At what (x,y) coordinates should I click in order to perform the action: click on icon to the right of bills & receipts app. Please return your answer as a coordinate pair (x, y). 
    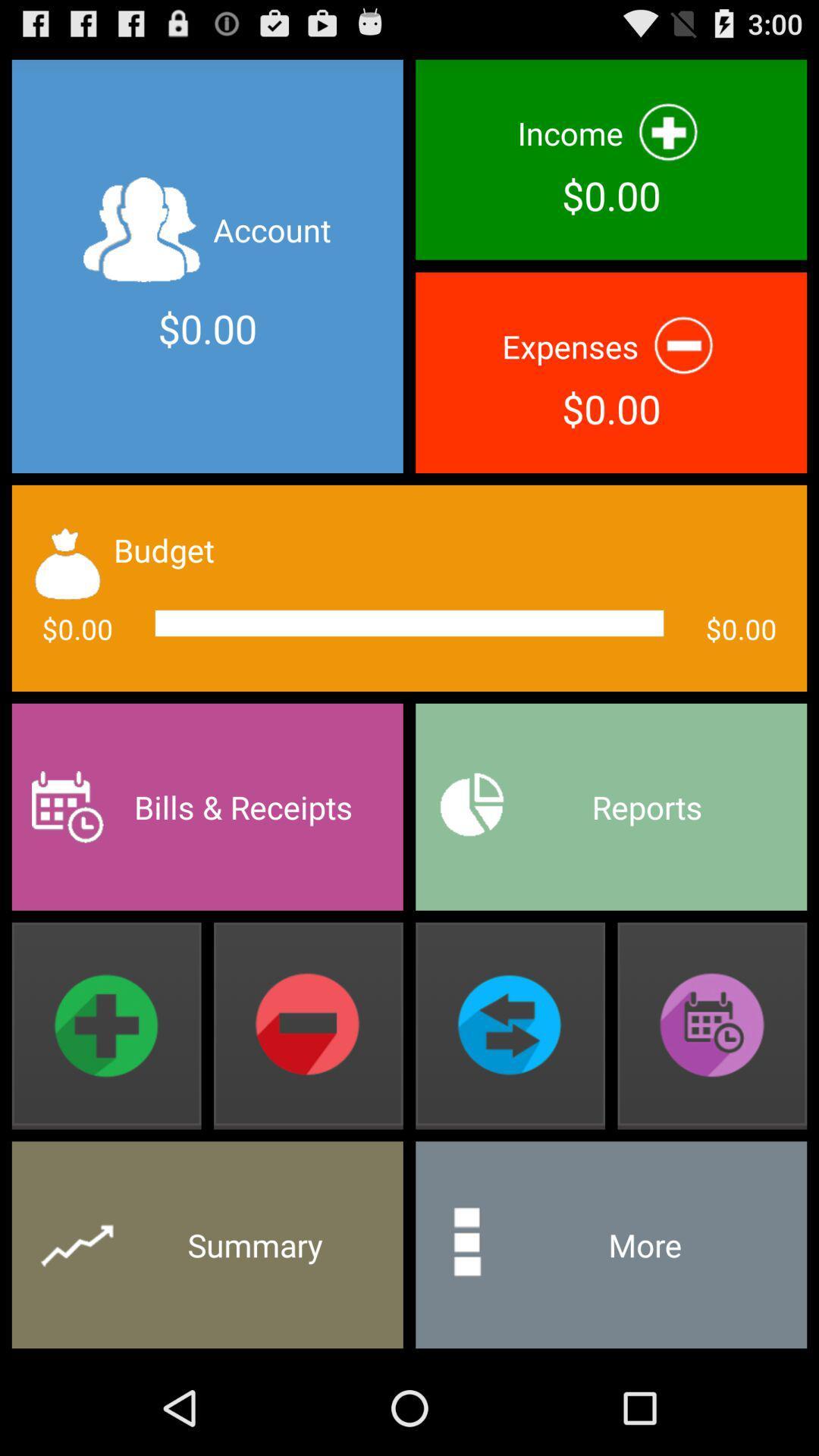
    Looking at the image, I should click on (610, 806).